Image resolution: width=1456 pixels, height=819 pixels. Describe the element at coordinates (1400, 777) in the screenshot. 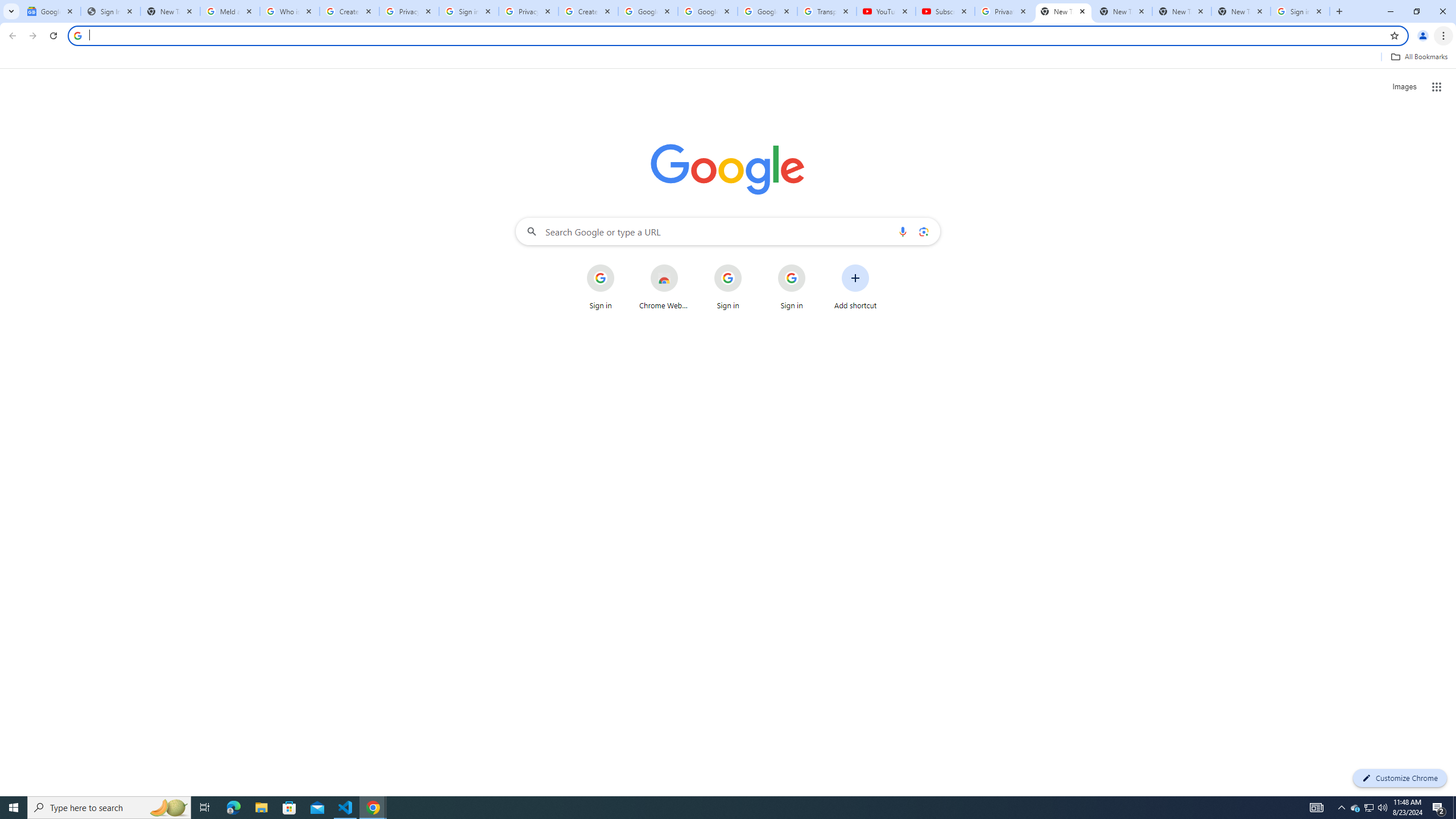

I see `'Customize Chrome'` at that location.